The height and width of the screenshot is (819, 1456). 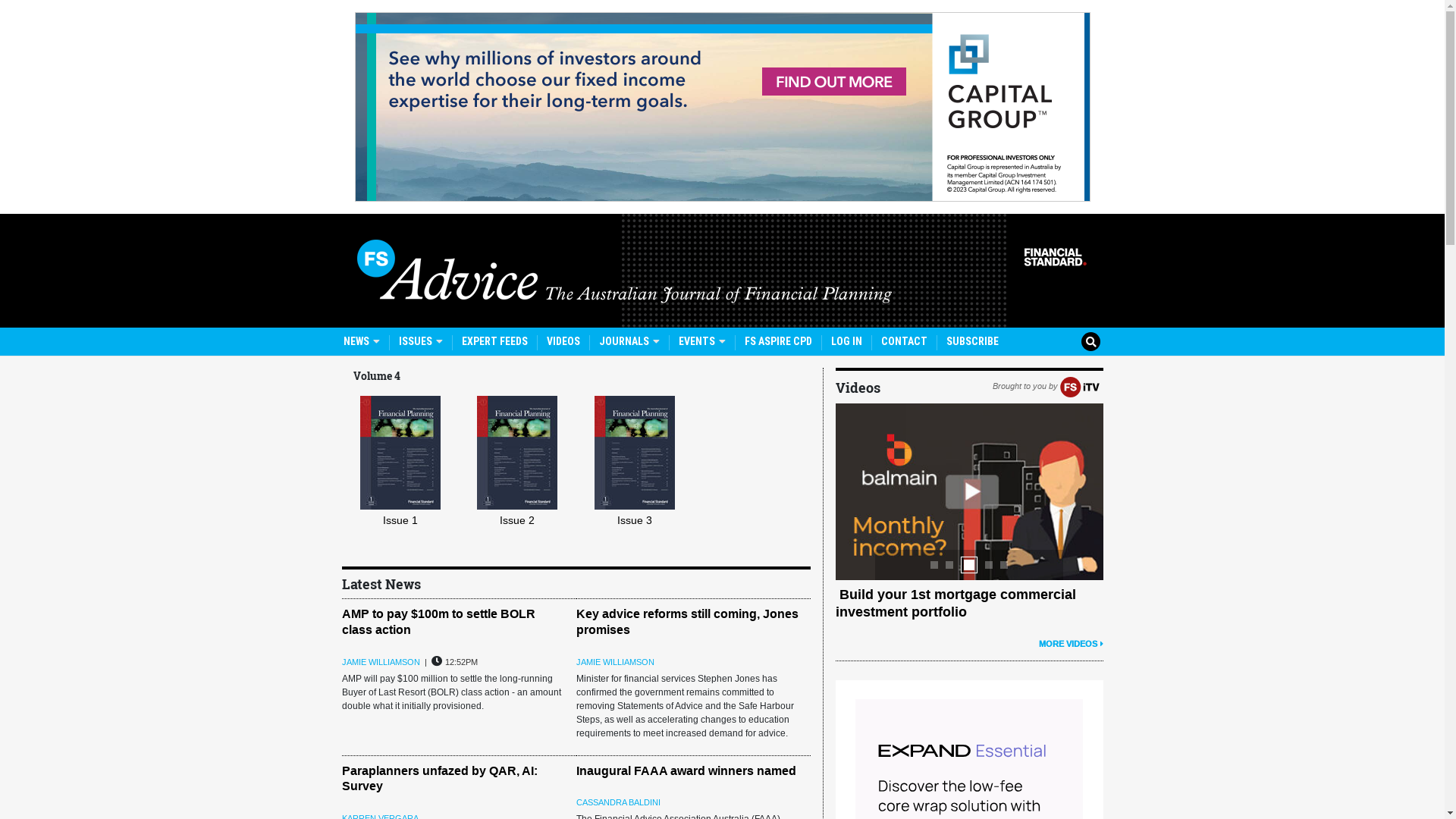 What do you see at coordinates (618, 801) in the screenshot?
I see `'CASSANDRA BALDINI'` at bounding box center [618, 801].